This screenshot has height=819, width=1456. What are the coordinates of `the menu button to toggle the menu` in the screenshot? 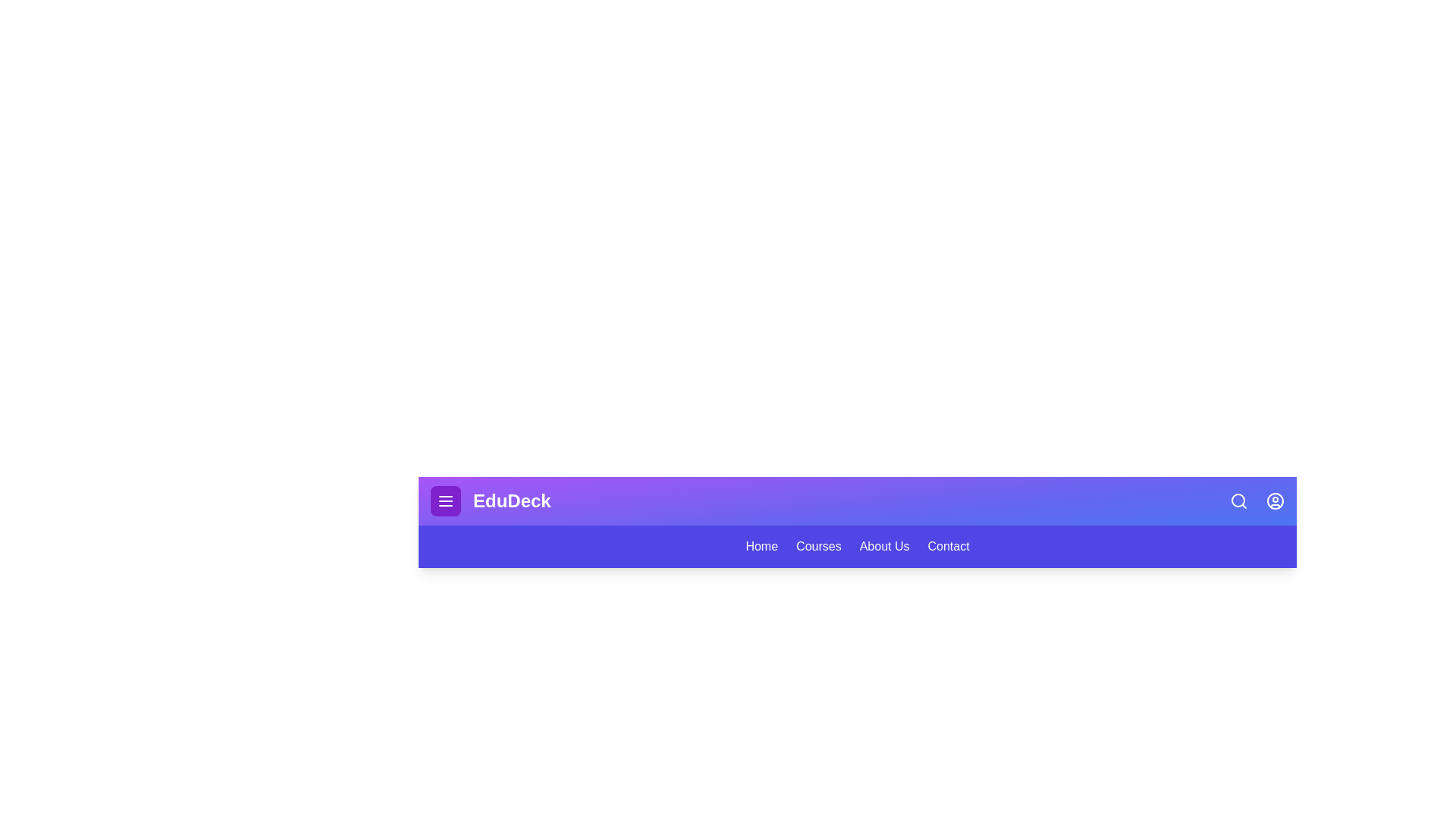 It's located at (445, 500).